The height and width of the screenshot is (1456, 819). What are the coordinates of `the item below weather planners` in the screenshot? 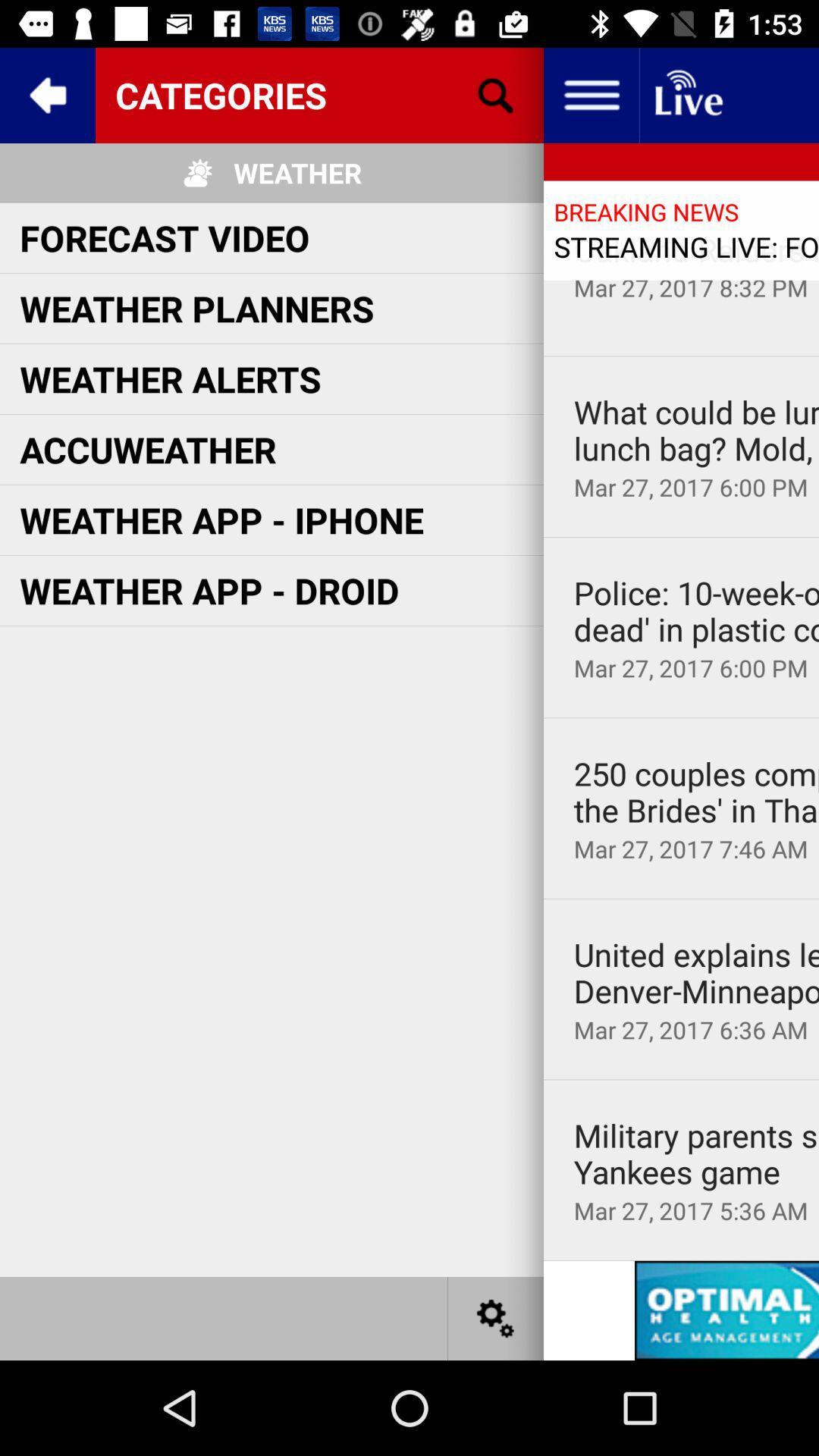 It's located at (170, 378).